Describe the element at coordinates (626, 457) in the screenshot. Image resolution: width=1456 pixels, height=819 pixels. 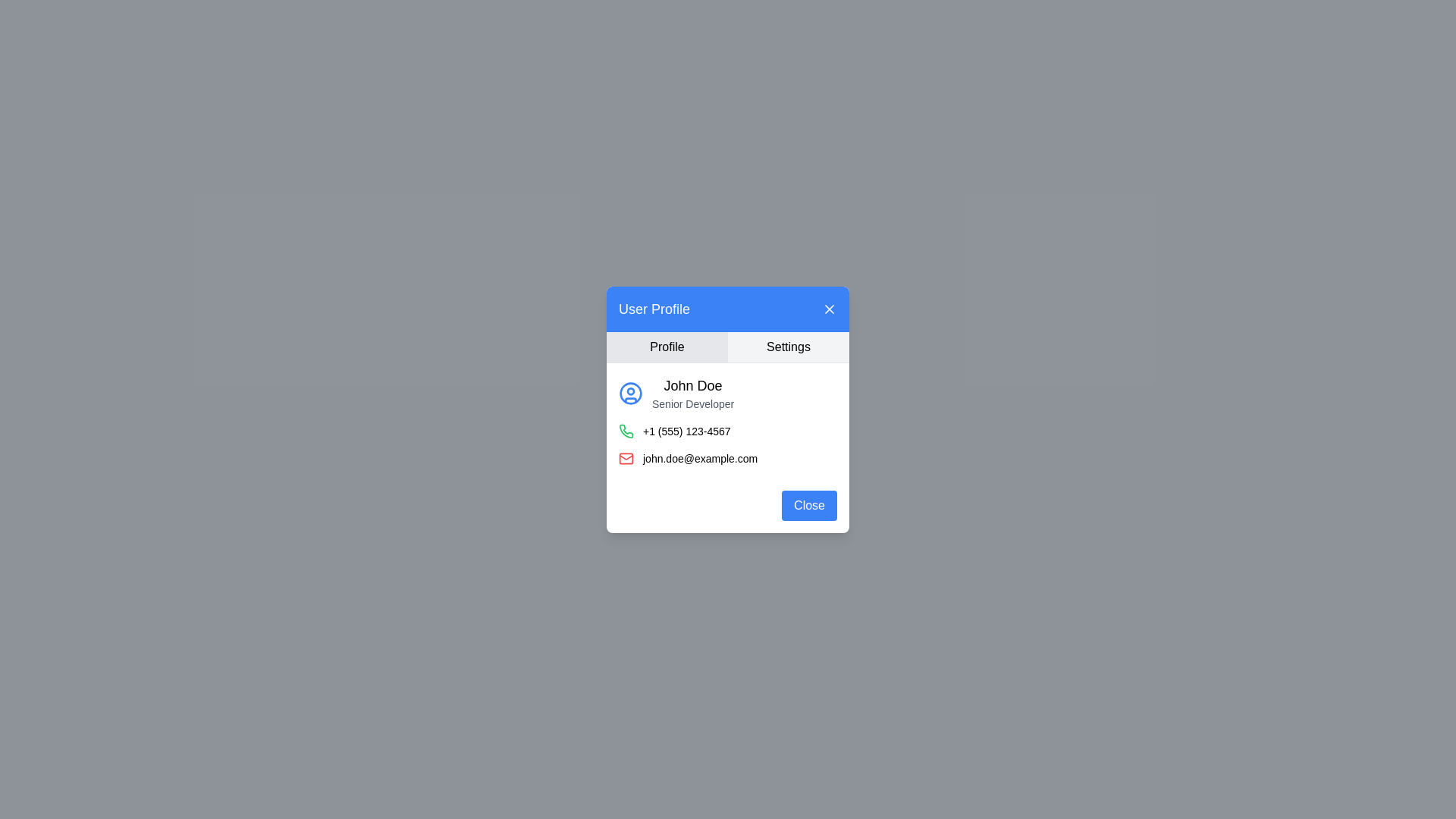
I see `the email address icon located in the lower section of the 'User Profile' dialog, which visually indicates the email address` at that location.